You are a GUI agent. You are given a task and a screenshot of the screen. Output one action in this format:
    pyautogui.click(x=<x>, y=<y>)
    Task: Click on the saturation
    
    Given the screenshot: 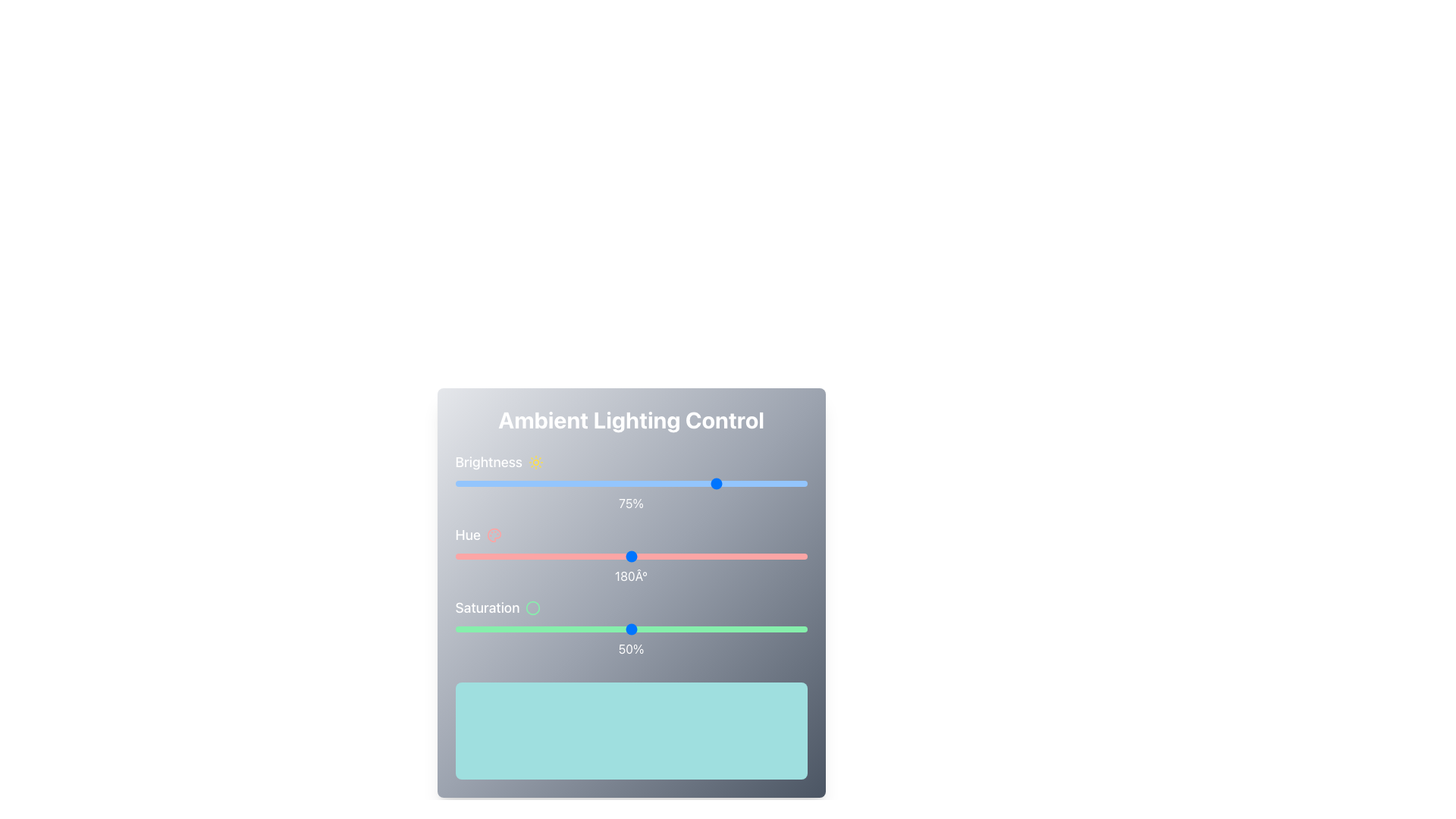 What is the action you would take?
    pyautogui.click(x=529, y=629)
    